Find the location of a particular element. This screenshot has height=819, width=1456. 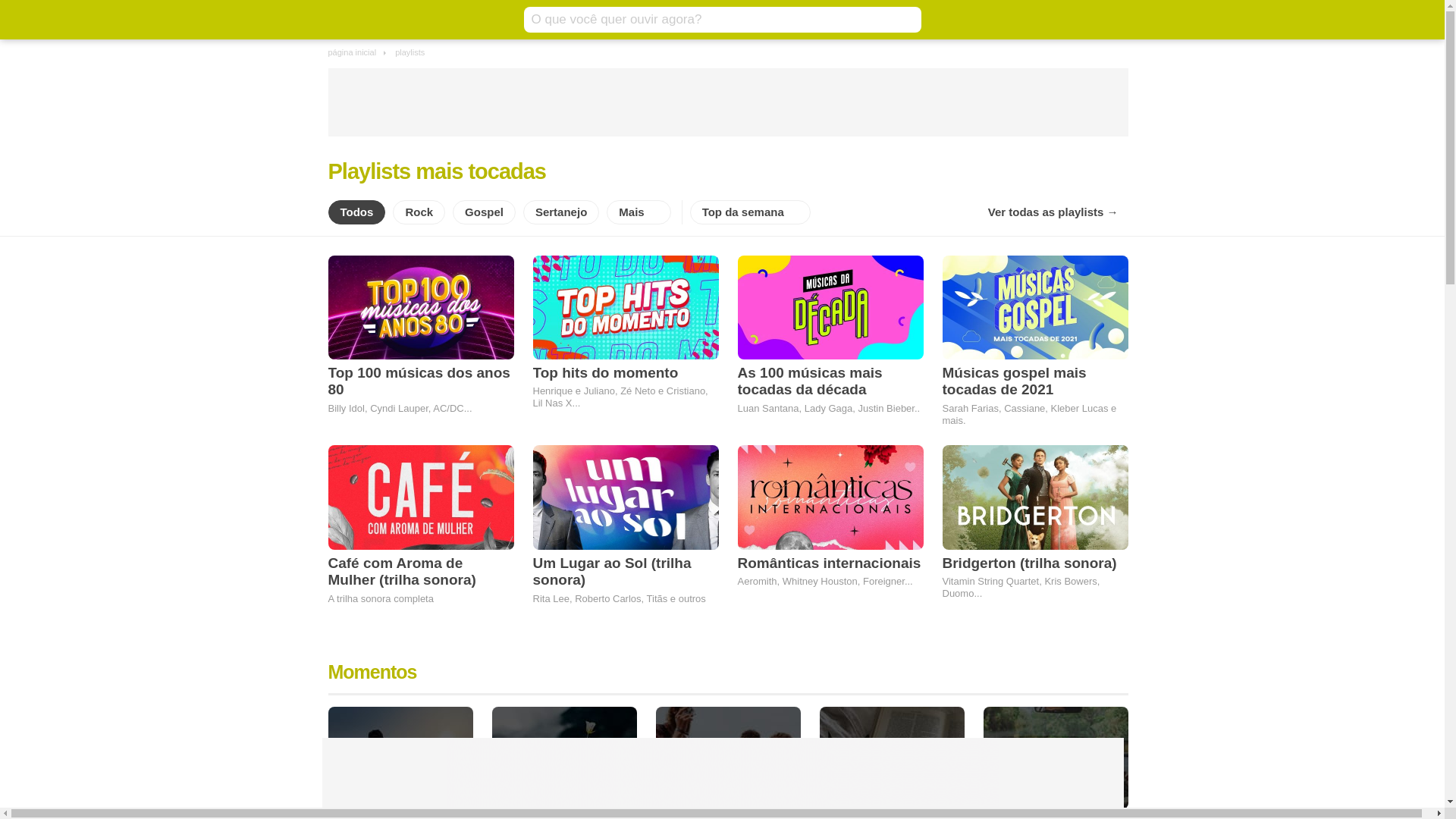

'Gospel' is located at coordinates (483, 212).